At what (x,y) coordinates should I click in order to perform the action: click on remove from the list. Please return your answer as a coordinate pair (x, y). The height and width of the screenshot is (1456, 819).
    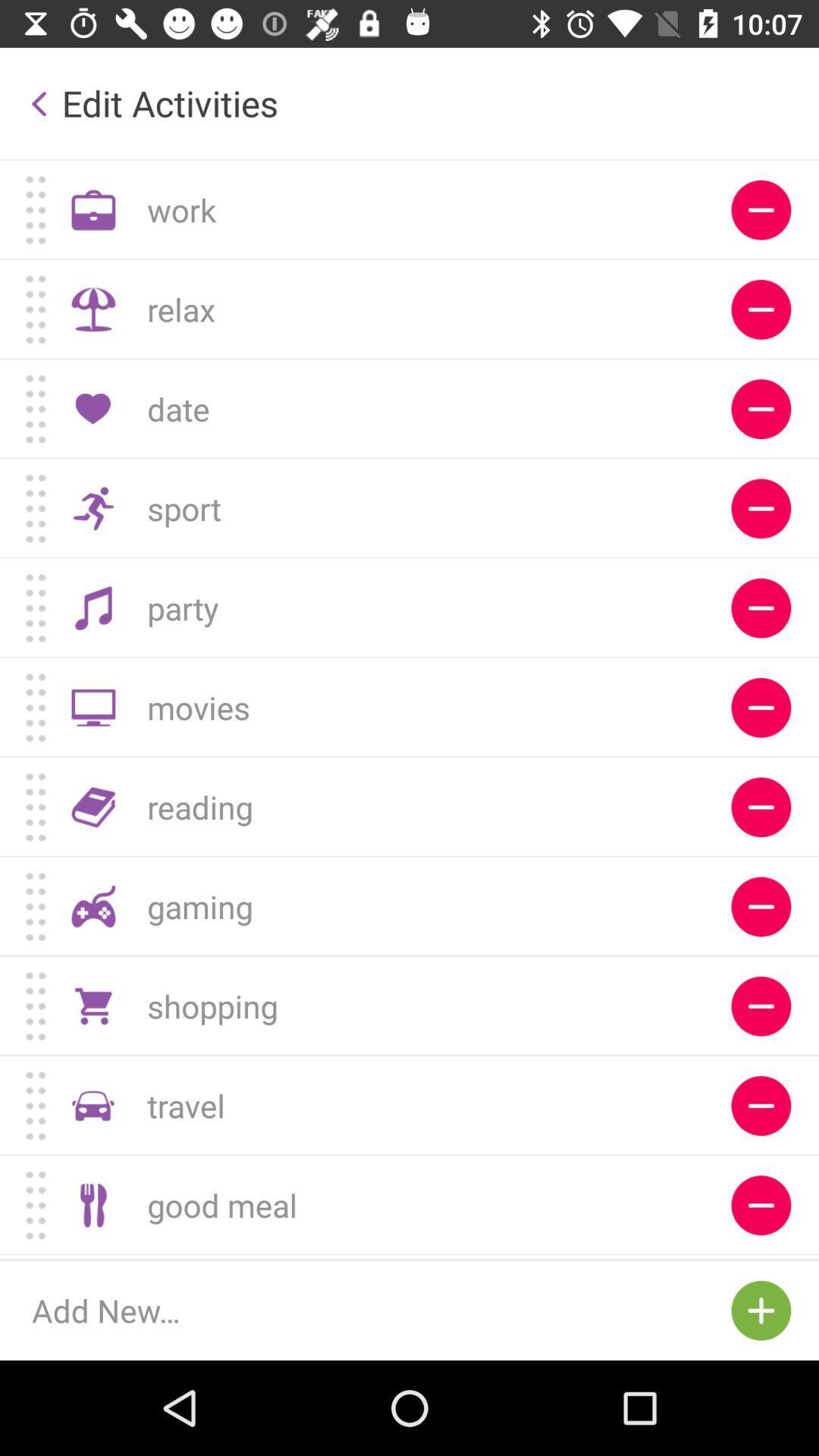
    Looking at the image, I should click on (761, 409).